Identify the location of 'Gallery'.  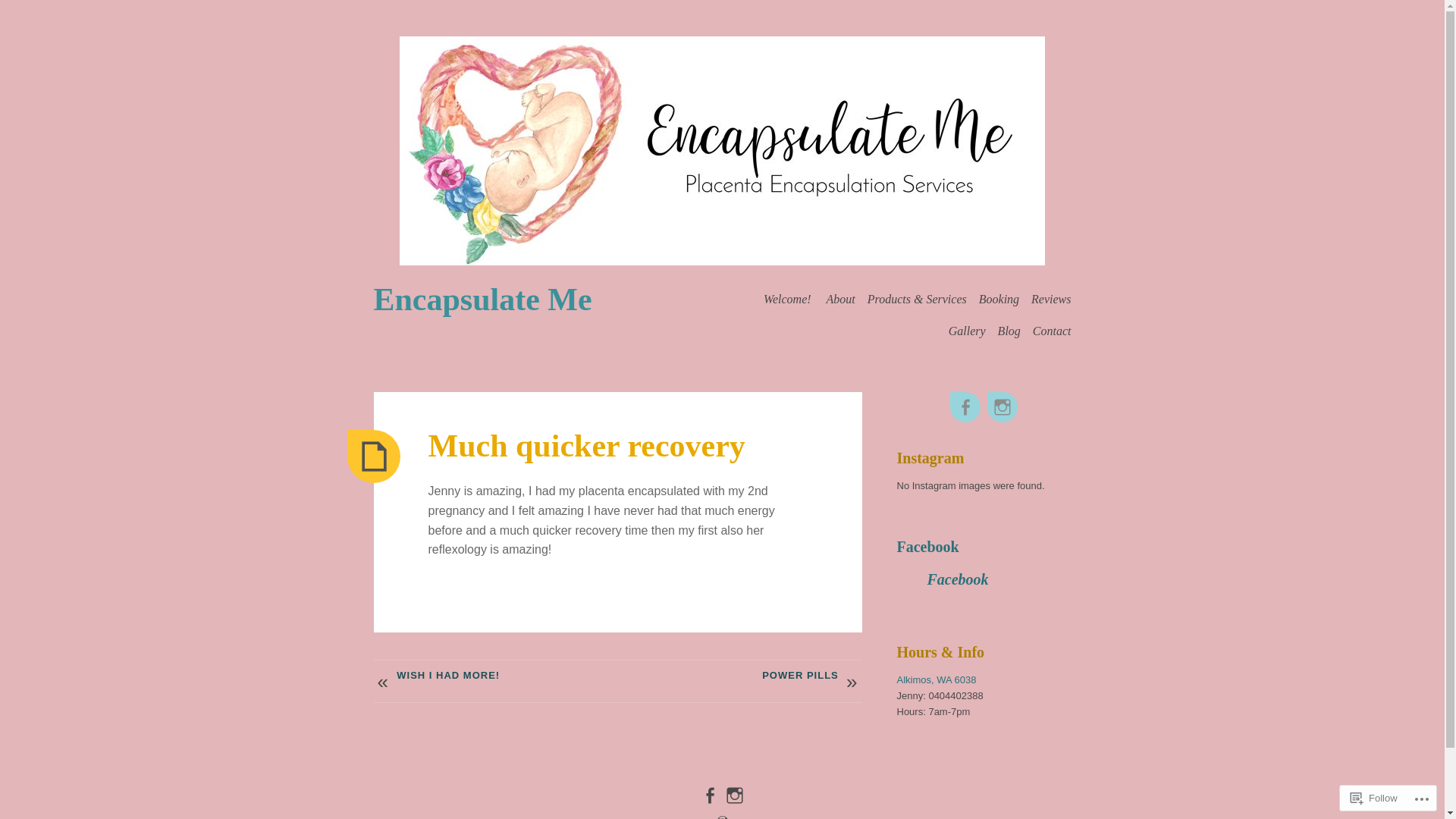
(948, 330).